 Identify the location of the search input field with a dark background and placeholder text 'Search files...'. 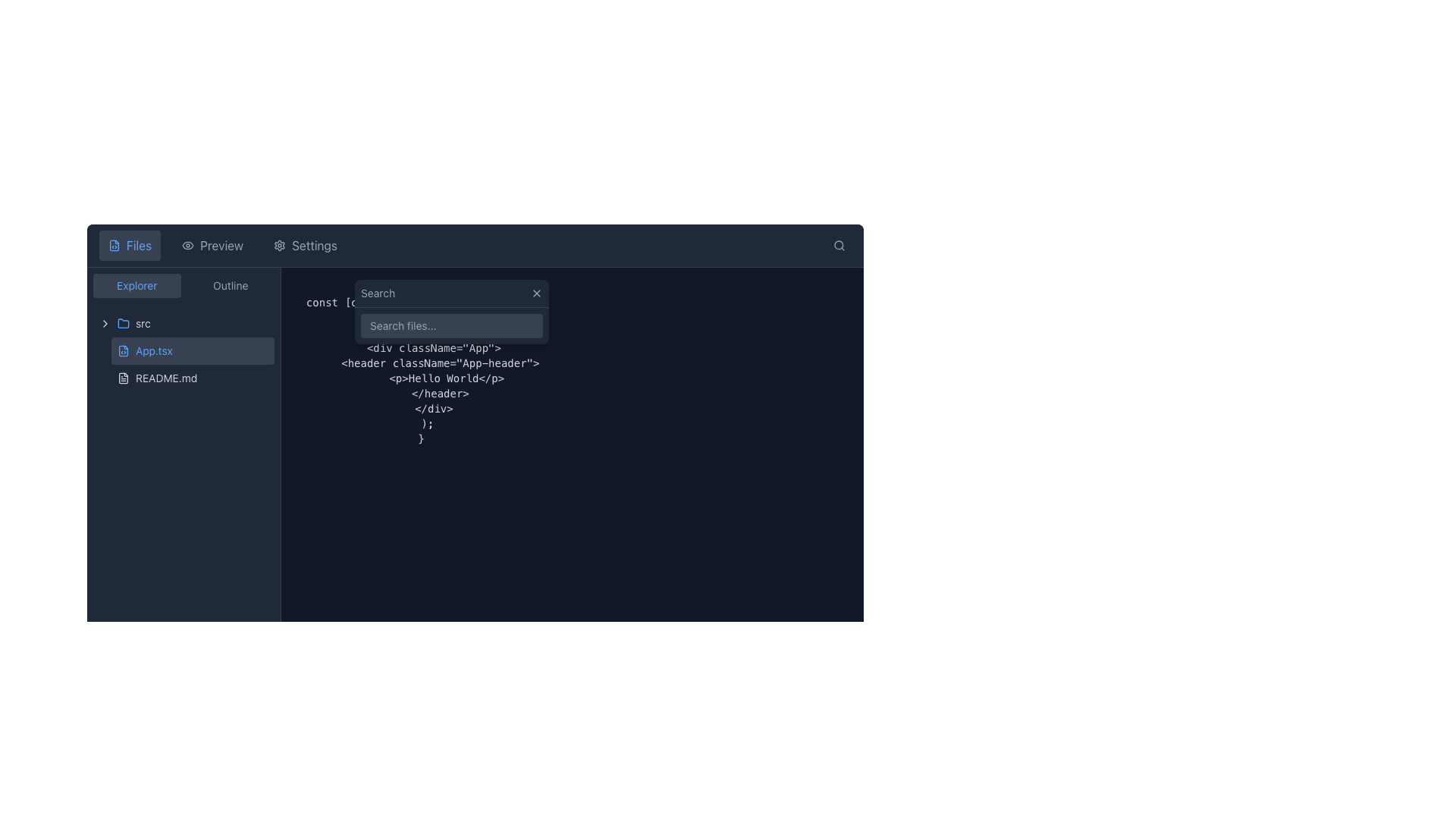
(450, 311).